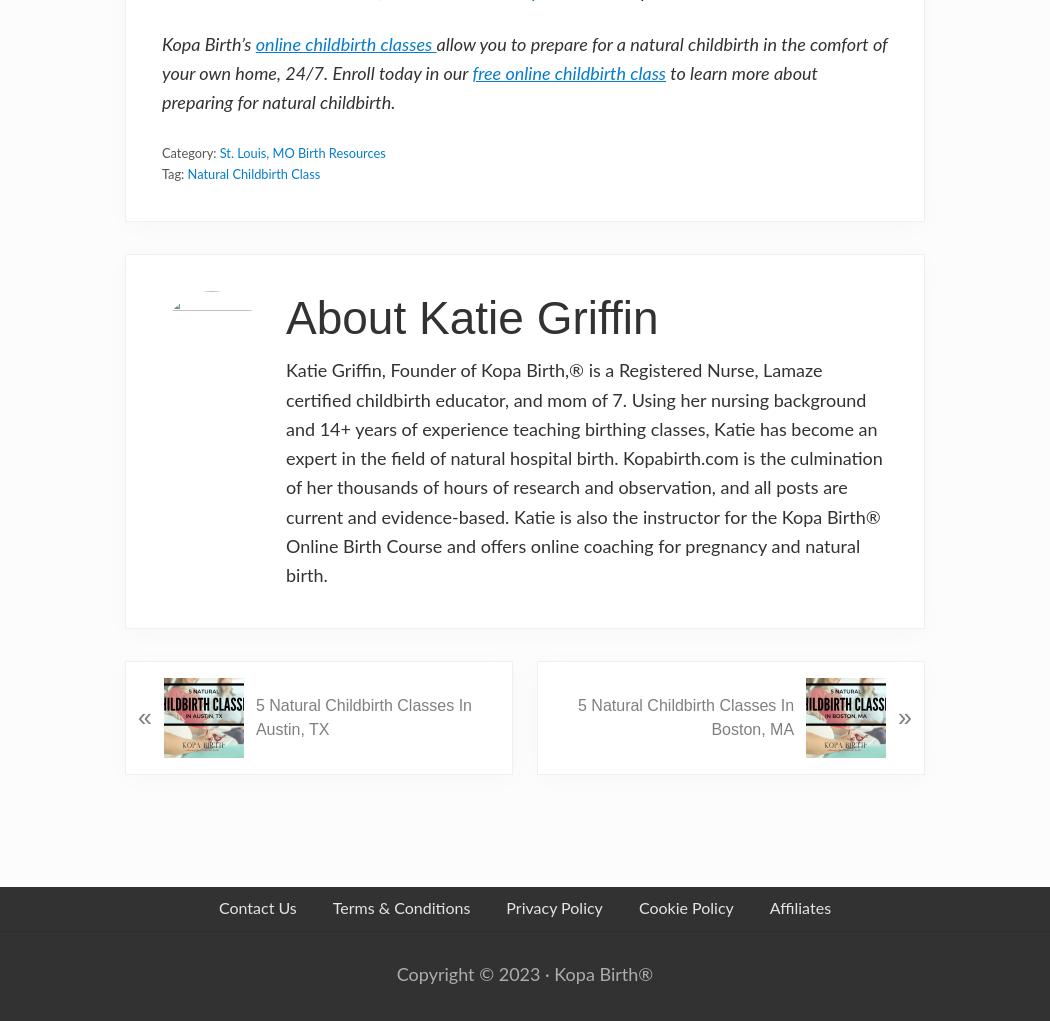  I want to click on 'online childbirth classes', so click(255, 45).